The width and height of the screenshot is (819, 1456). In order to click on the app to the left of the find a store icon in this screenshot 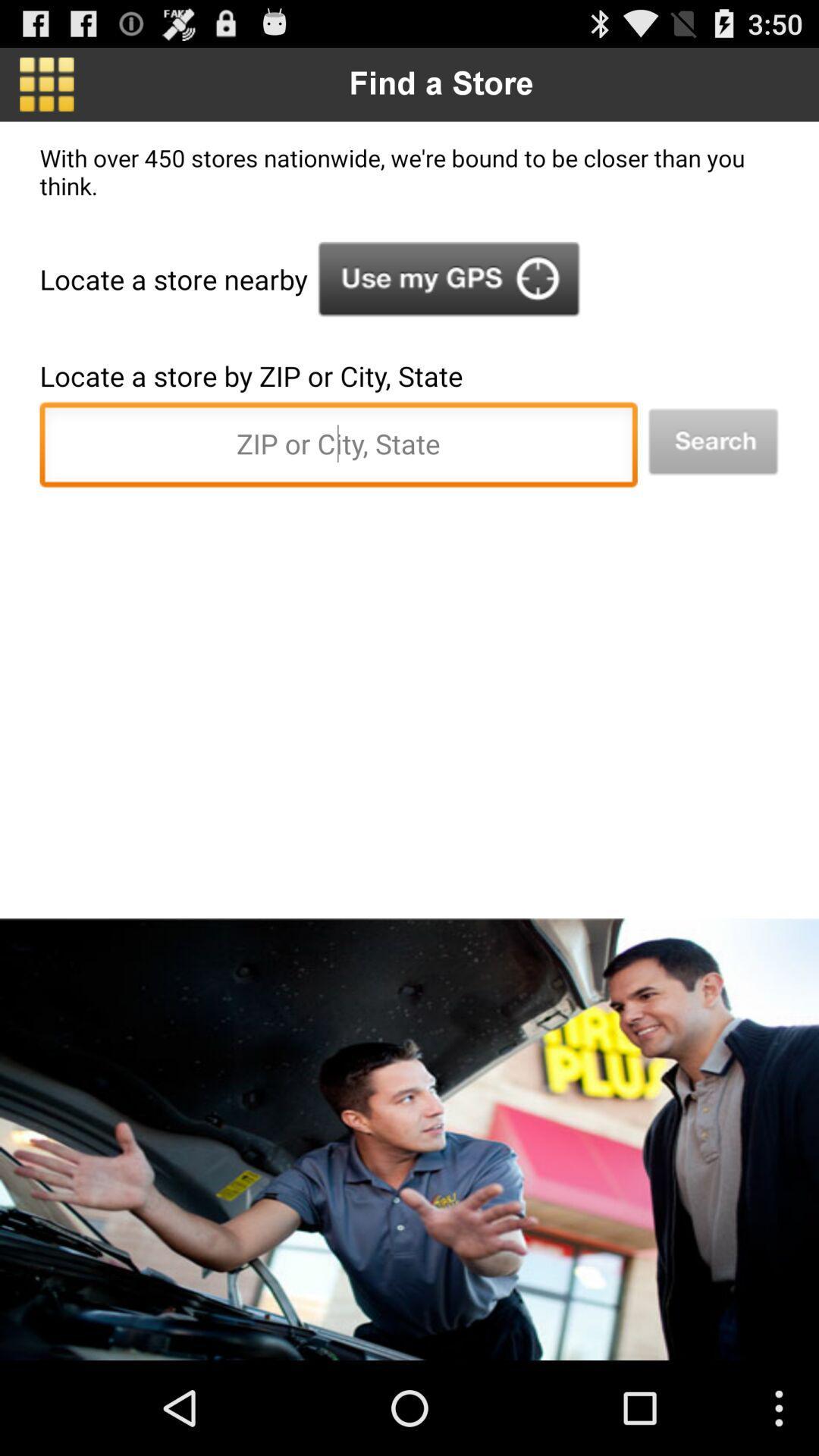, I will do `click(45, 83)`.